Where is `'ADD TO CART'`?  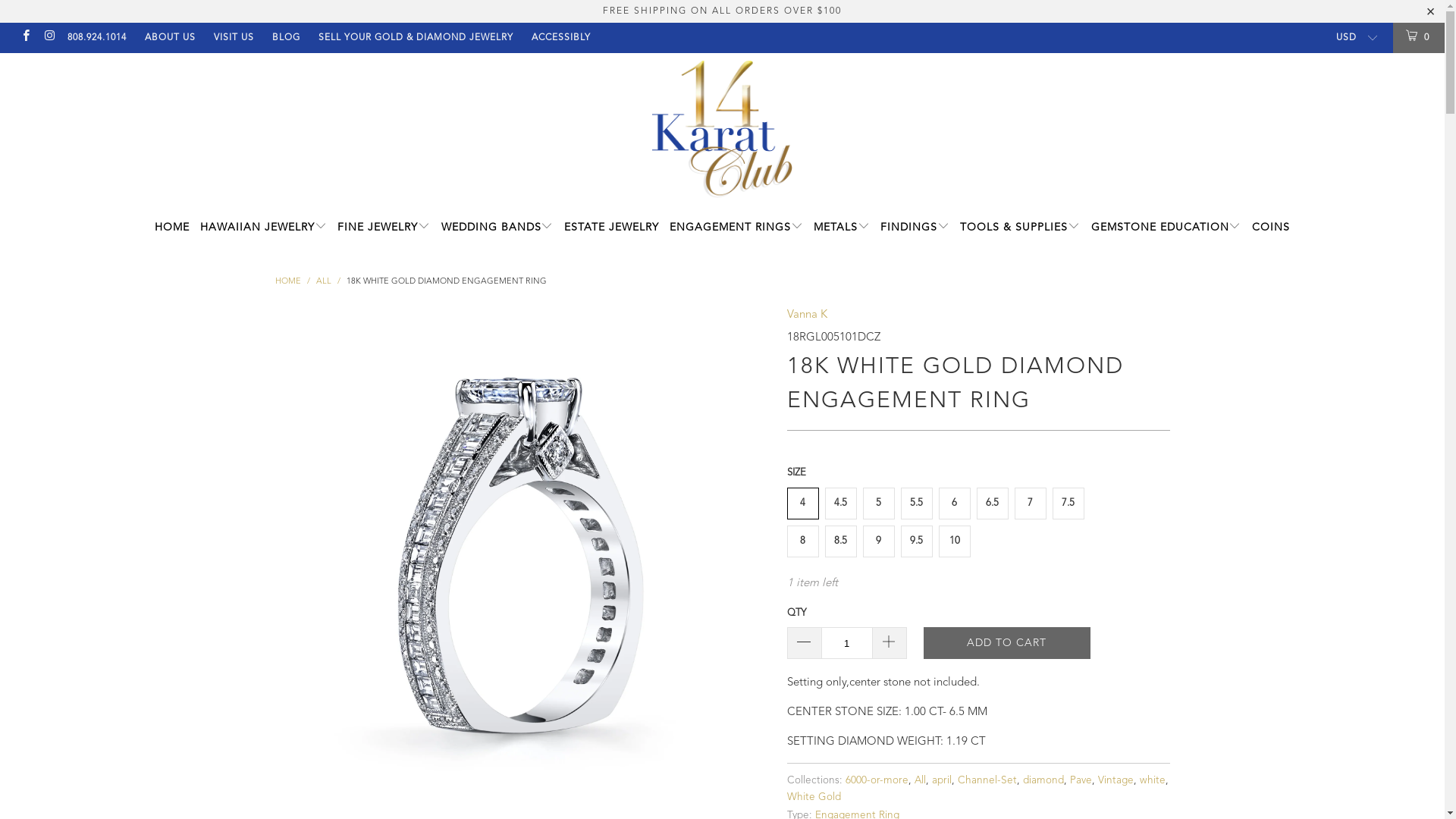 'ADD TO CART' is located at coordinates (1007, 643).